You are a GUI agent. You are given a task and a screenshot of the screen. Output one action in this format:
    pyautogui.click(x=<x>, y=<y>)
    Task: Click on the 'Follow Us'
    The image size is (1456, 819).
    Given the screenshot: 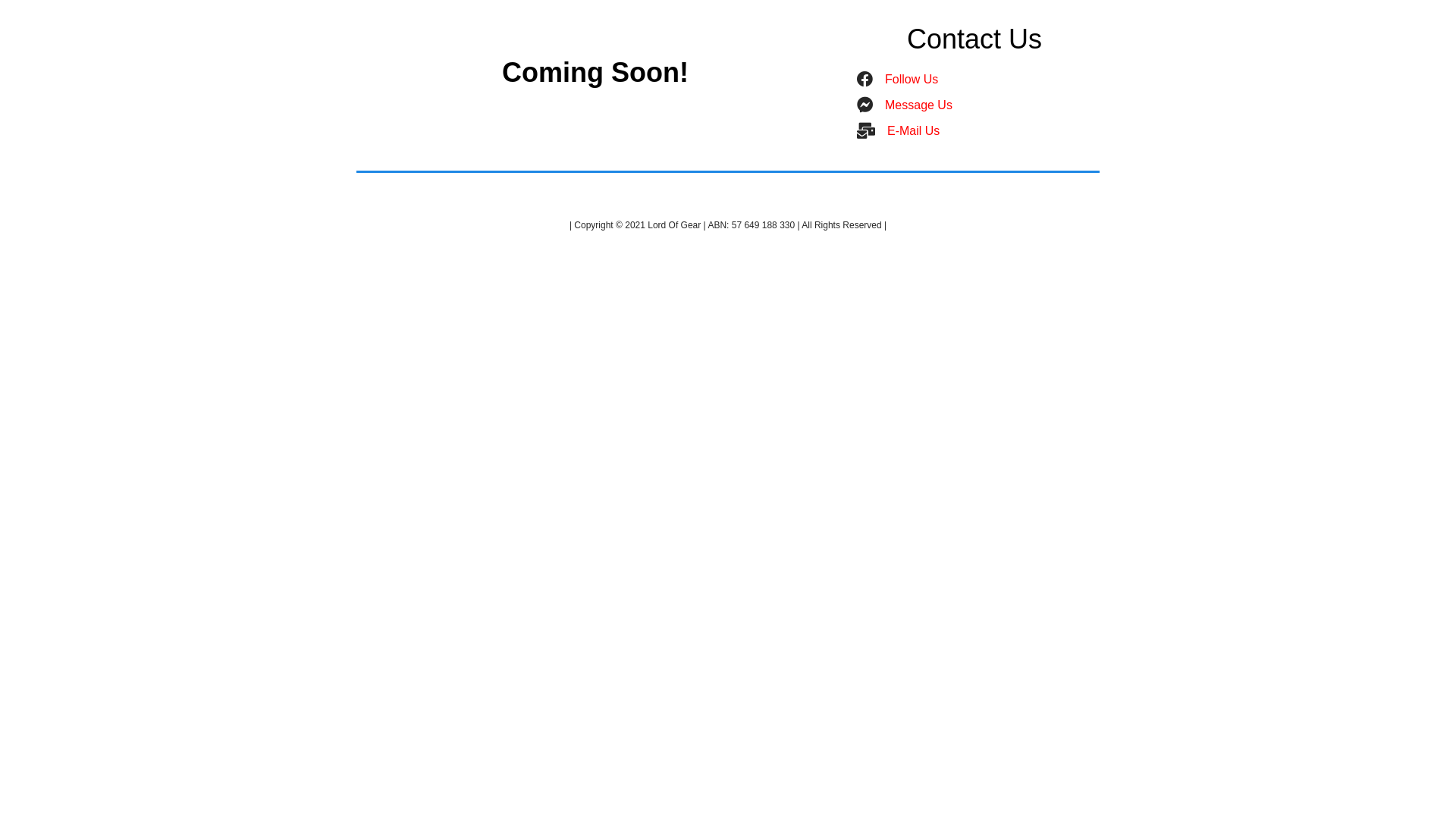 What is the action you would take?
    pyautogui.click(x=910, y=79)
    